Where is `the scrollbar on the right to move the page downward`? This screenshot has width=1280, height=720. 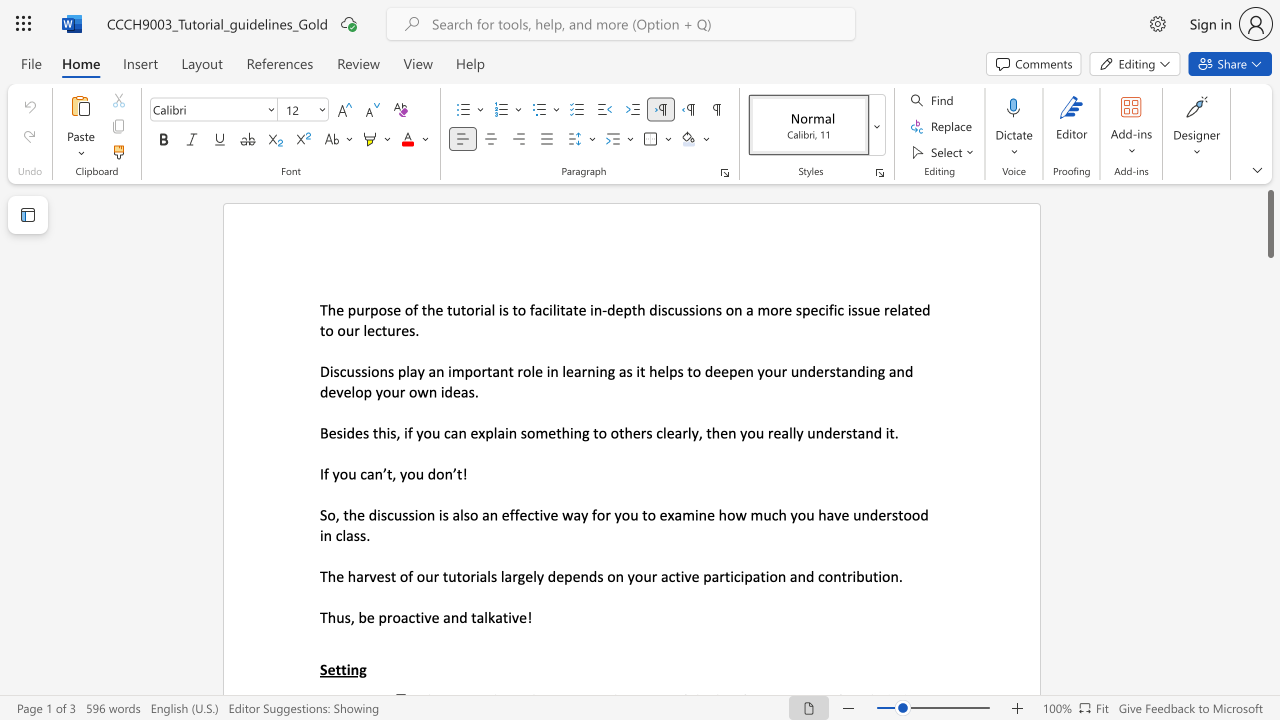
the scrollbar on the right to move the page downward is located at coordinates (1269, 450).